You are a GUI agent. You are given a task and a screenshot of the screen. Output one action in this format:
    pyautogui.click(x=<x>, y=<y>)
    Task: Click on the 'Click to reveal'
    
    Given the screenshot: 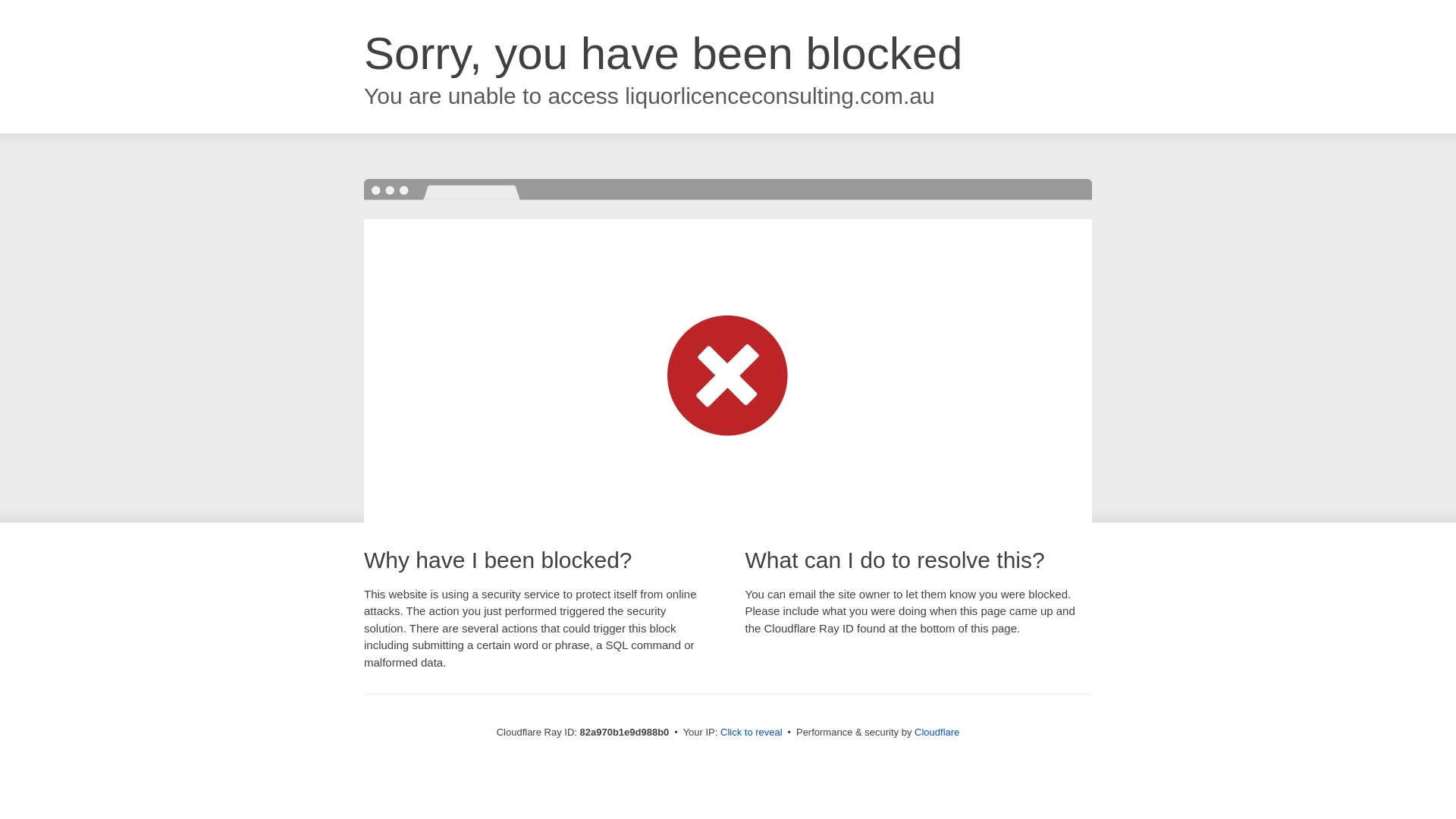 What is the action you would take?
    pyautogui.click(x=751, y=731)
    